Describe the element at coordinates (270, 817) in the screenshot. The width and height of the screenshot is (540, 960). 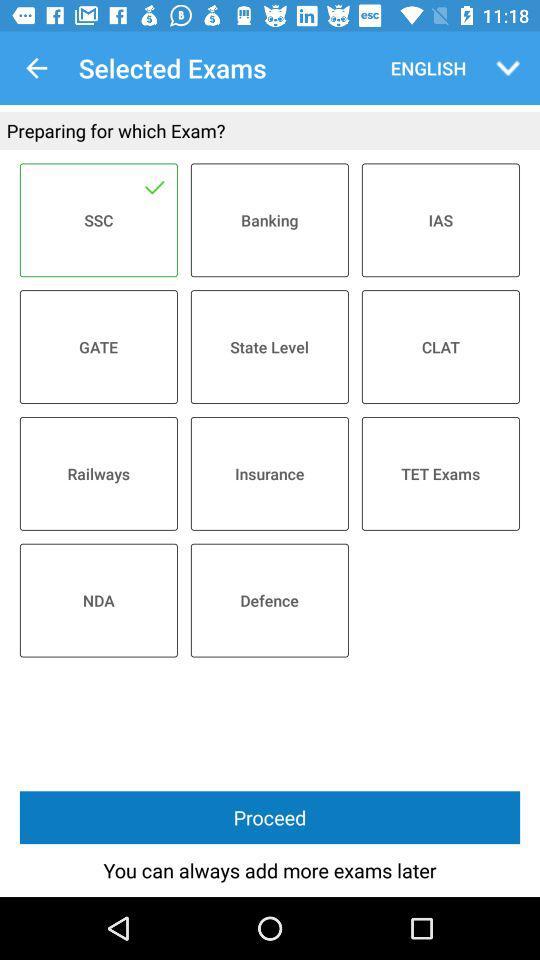
I see `proceed` at that location.